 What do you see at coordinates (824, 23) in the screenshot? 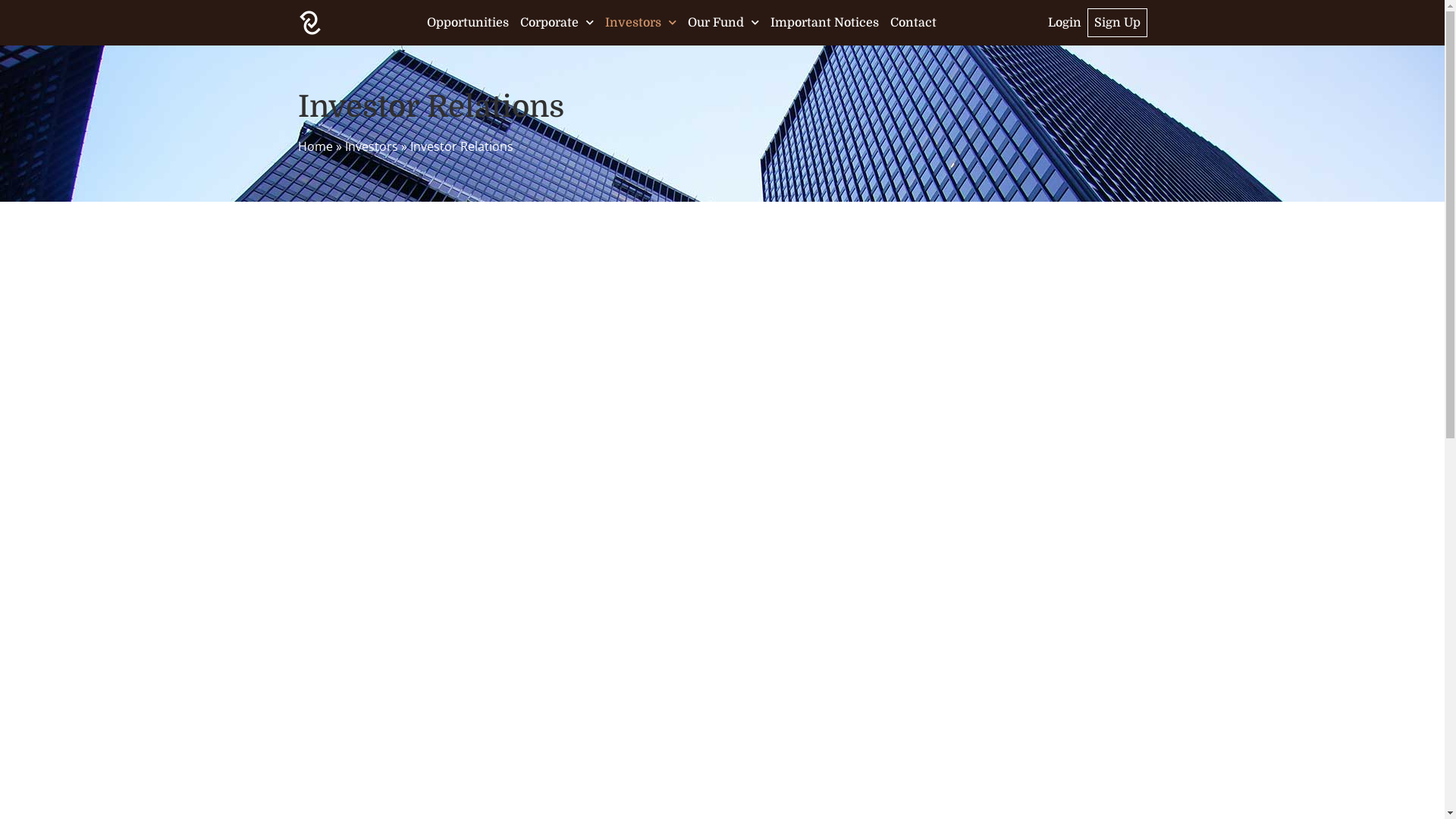
I see `'Important Notices'` at bounding box center [824, 23].